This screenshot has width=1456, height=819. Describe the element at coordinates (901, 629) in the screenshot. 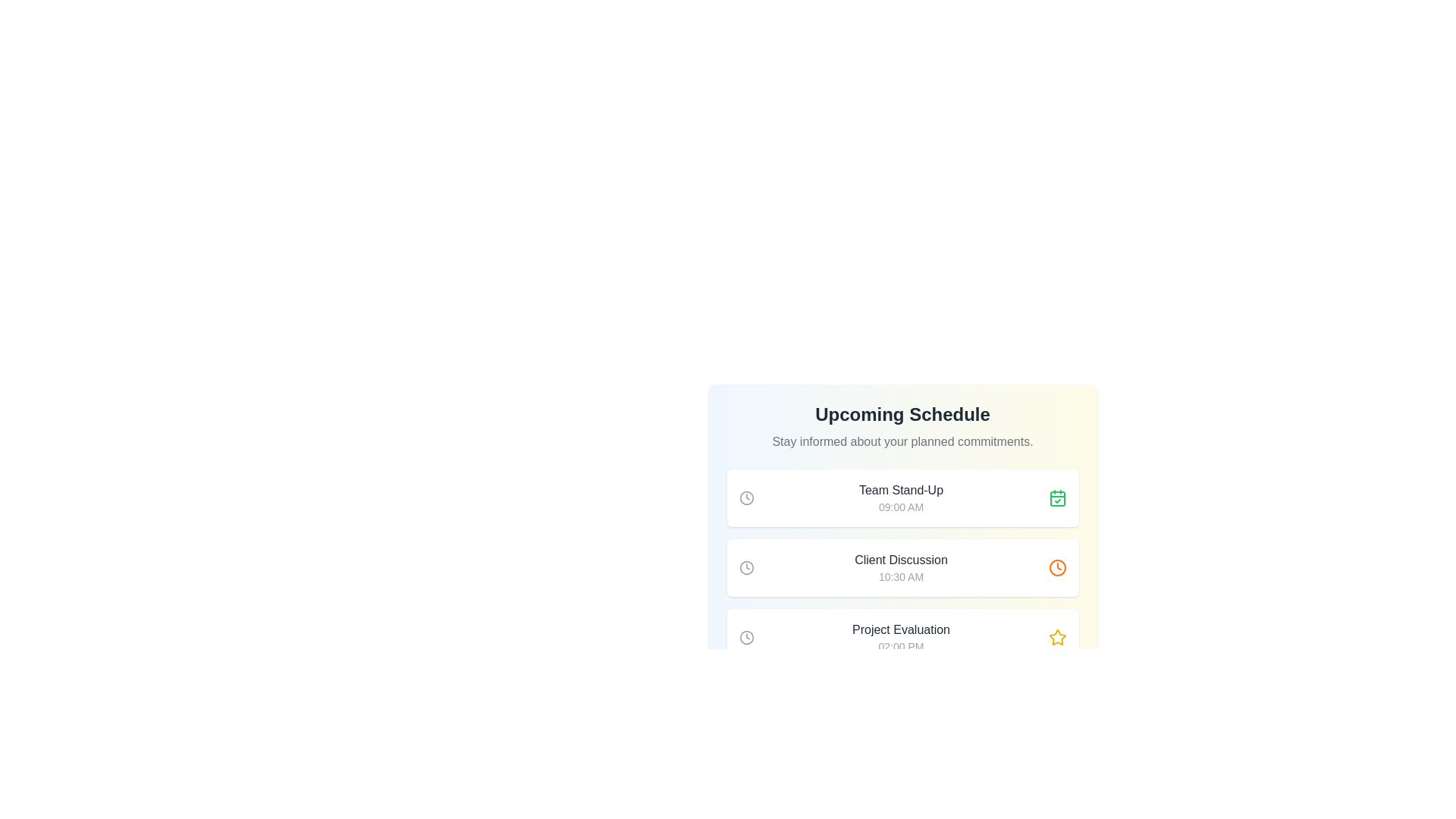

I see `the static text label that serves as the name of the activity scheduled at a specific time, positioned above '02:00 PM' and below 'Team Stand-Up' and 'Client Discussion'` at that location.